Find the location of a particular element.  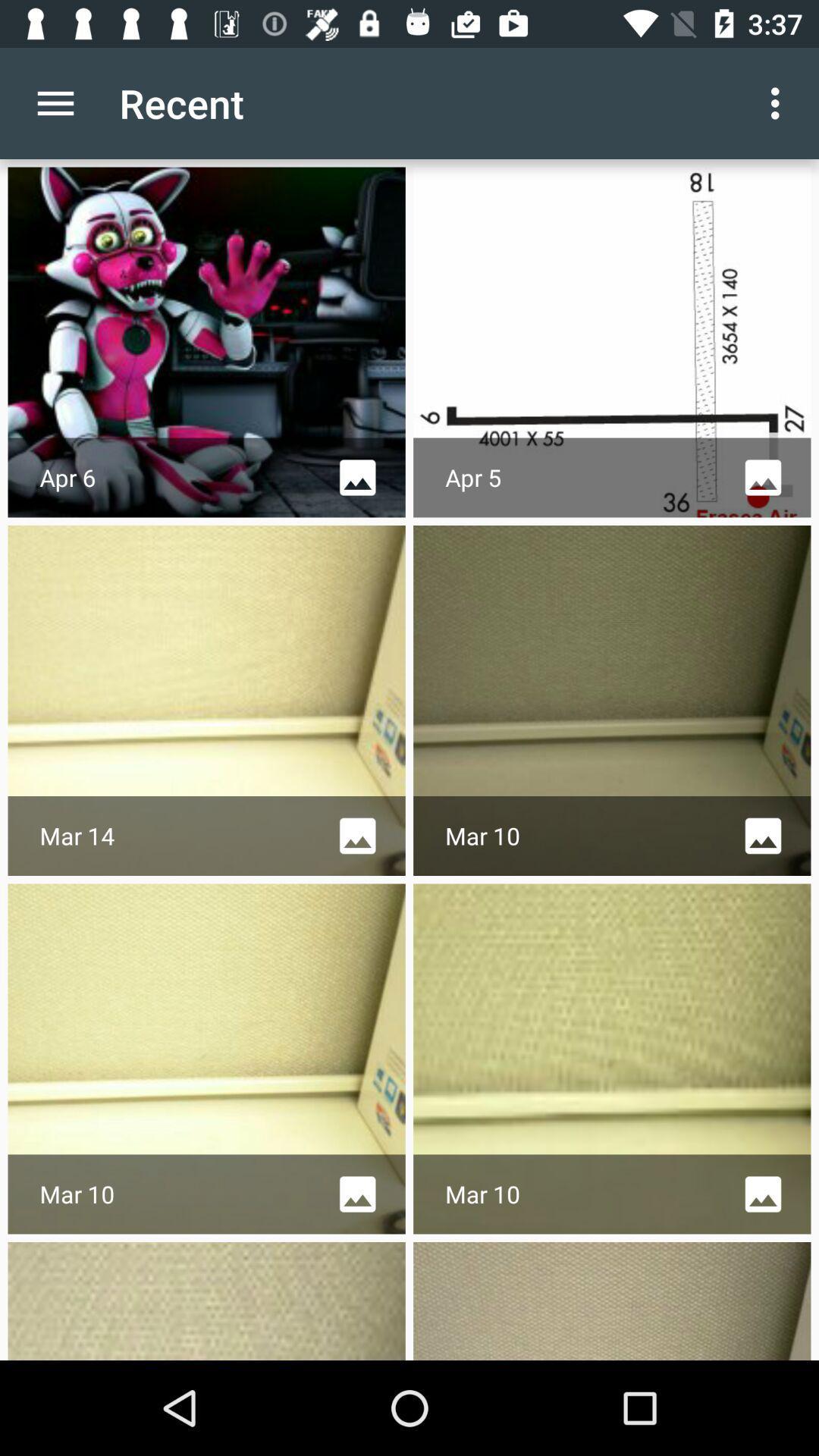

the item next to recent app is located at coordinates (55, 102).